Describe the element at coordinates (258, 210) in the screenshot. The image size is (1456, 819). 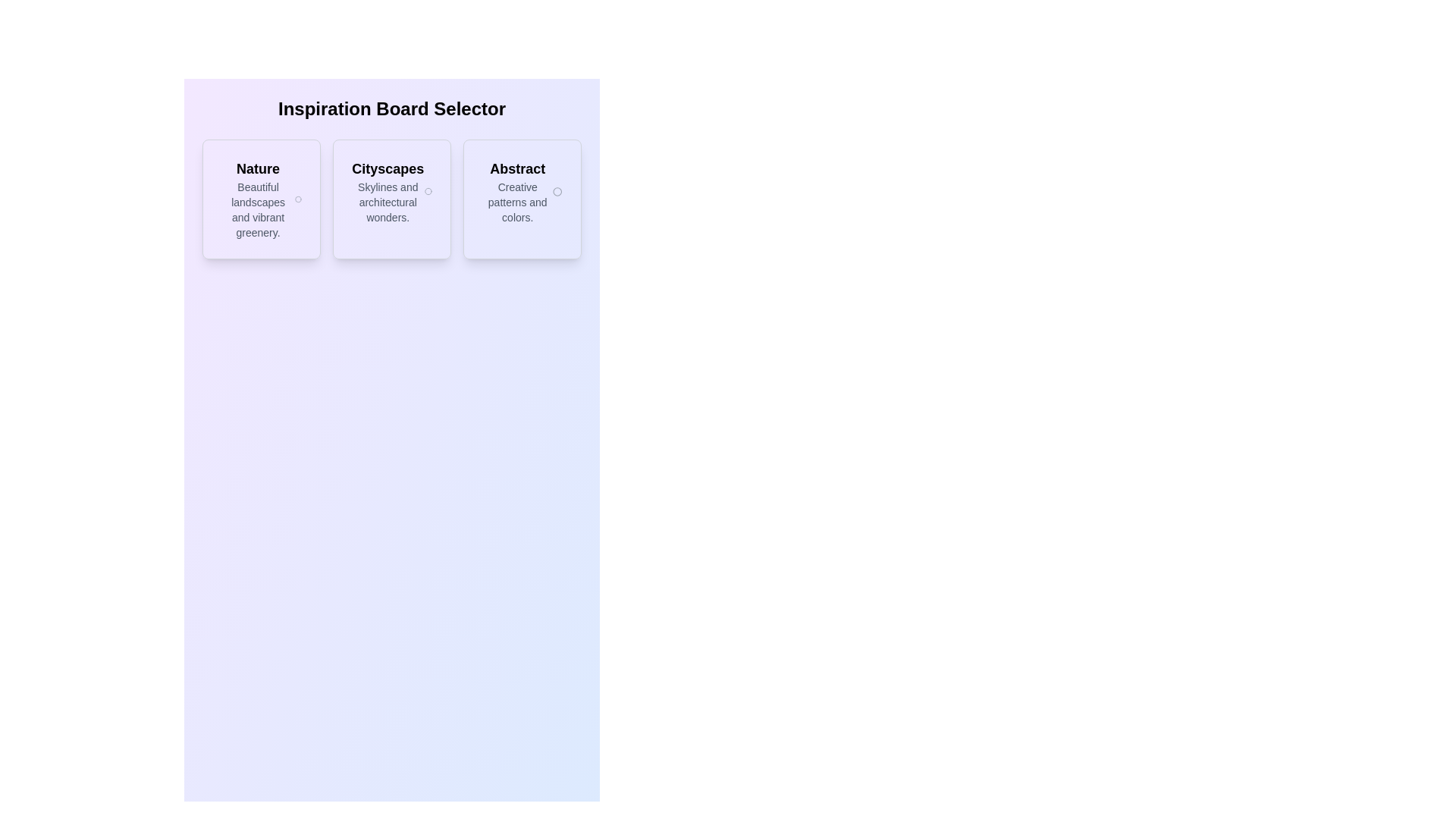
I see `descriptive text displayed in the text block that says 'Beautiful landscapes and vibrant greenery.' located within the 'Nature' card` at that location.